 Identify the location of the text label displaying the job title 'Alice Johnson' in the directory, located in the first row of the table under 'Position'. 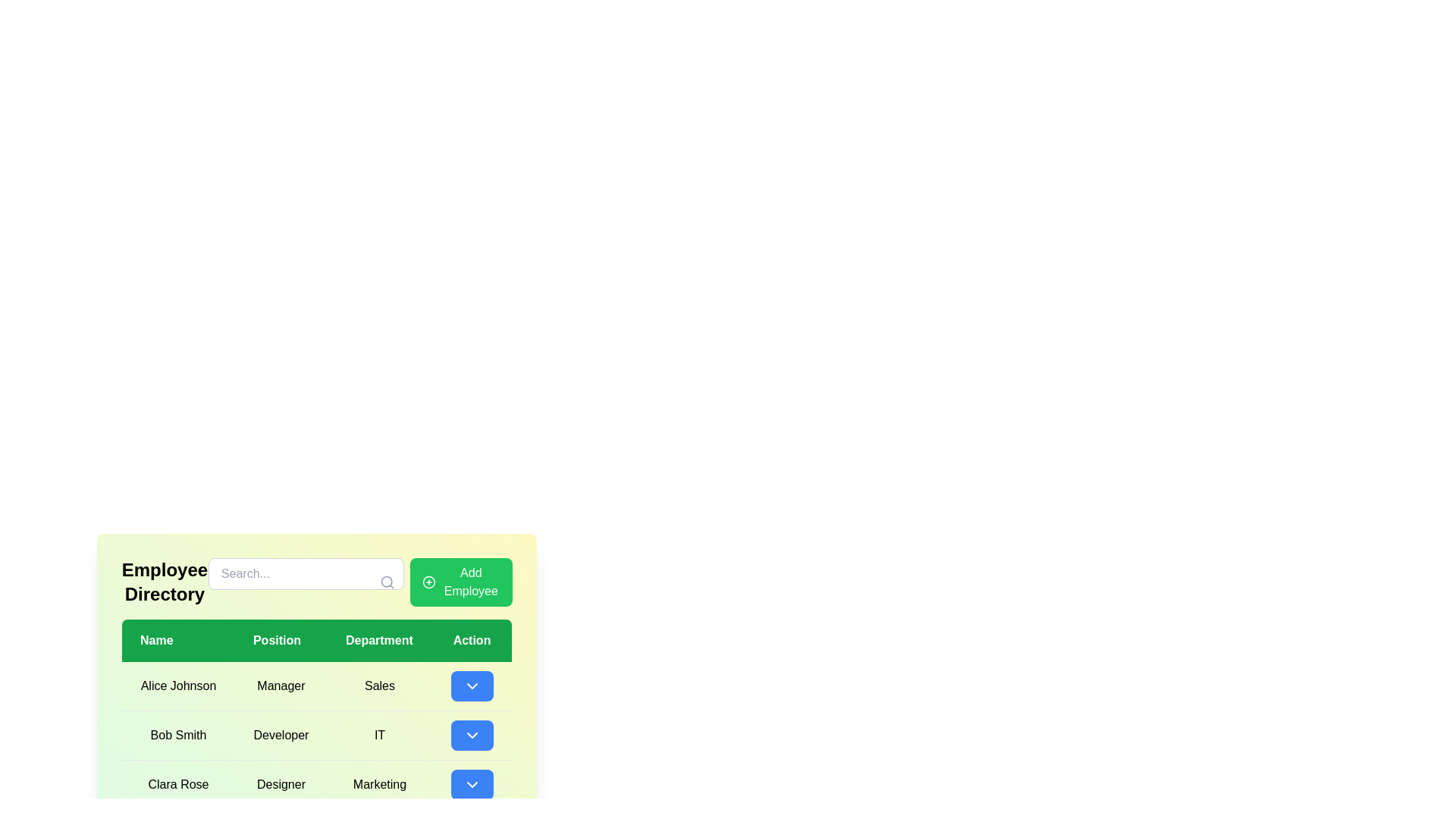
(281, 686).